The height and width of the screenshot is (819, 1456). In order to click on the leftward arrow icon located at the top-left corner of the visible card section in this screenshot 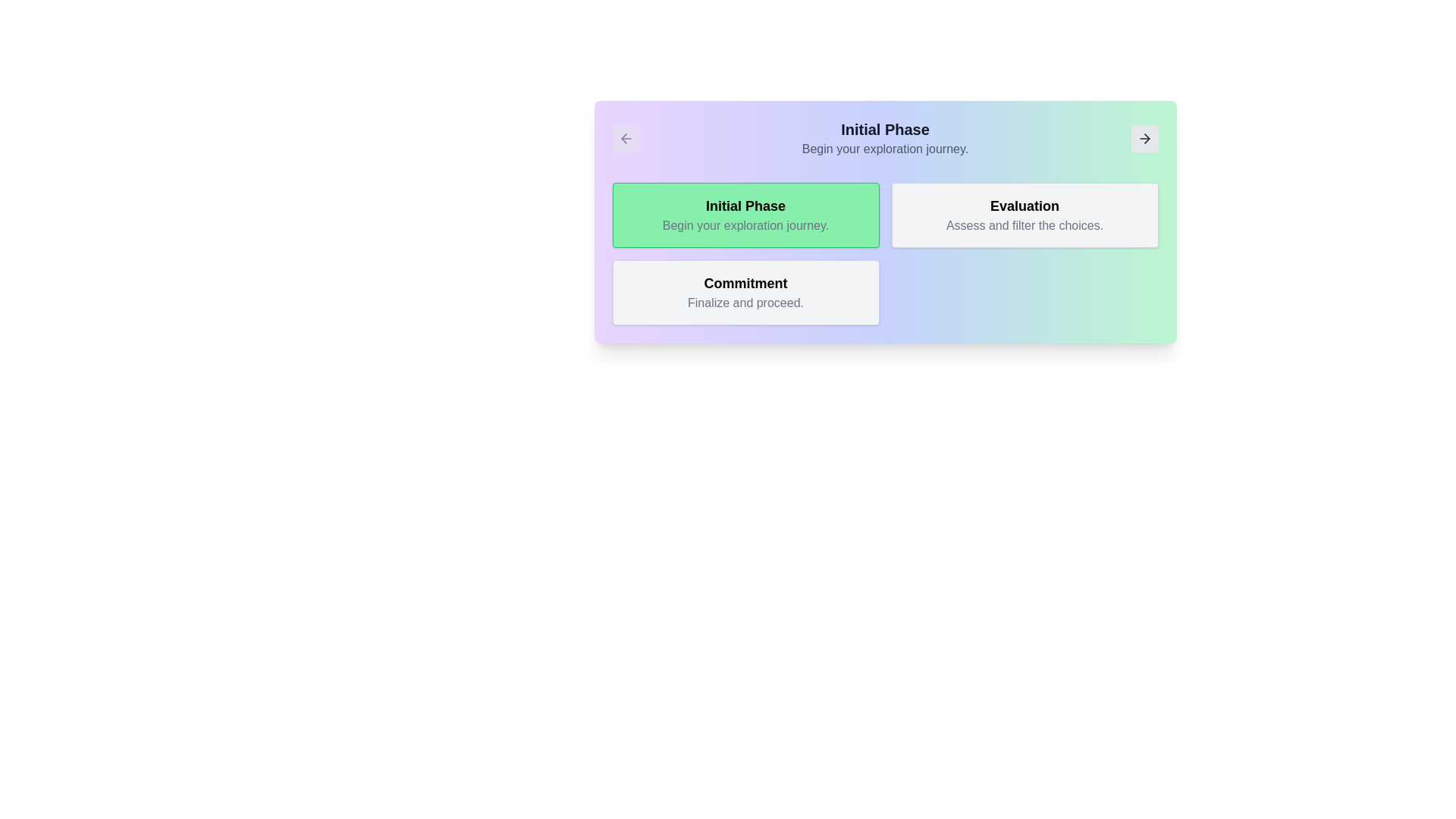, I will do `click(623, 138)`.